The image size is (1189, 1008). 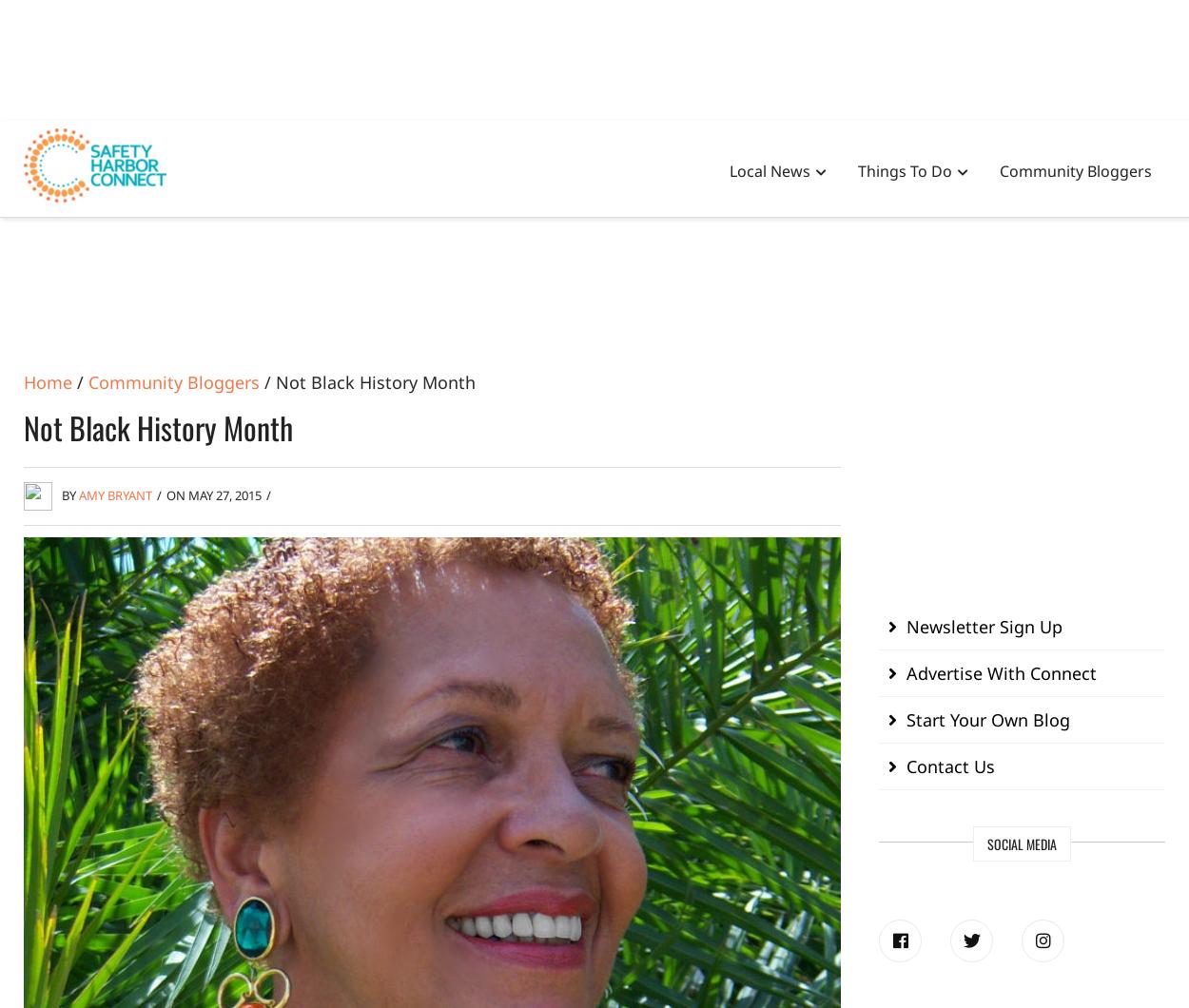 What do you see at coordinates (770, 169) in the screenshot?
I see `'Local News'` at bounding box center [770, 169].